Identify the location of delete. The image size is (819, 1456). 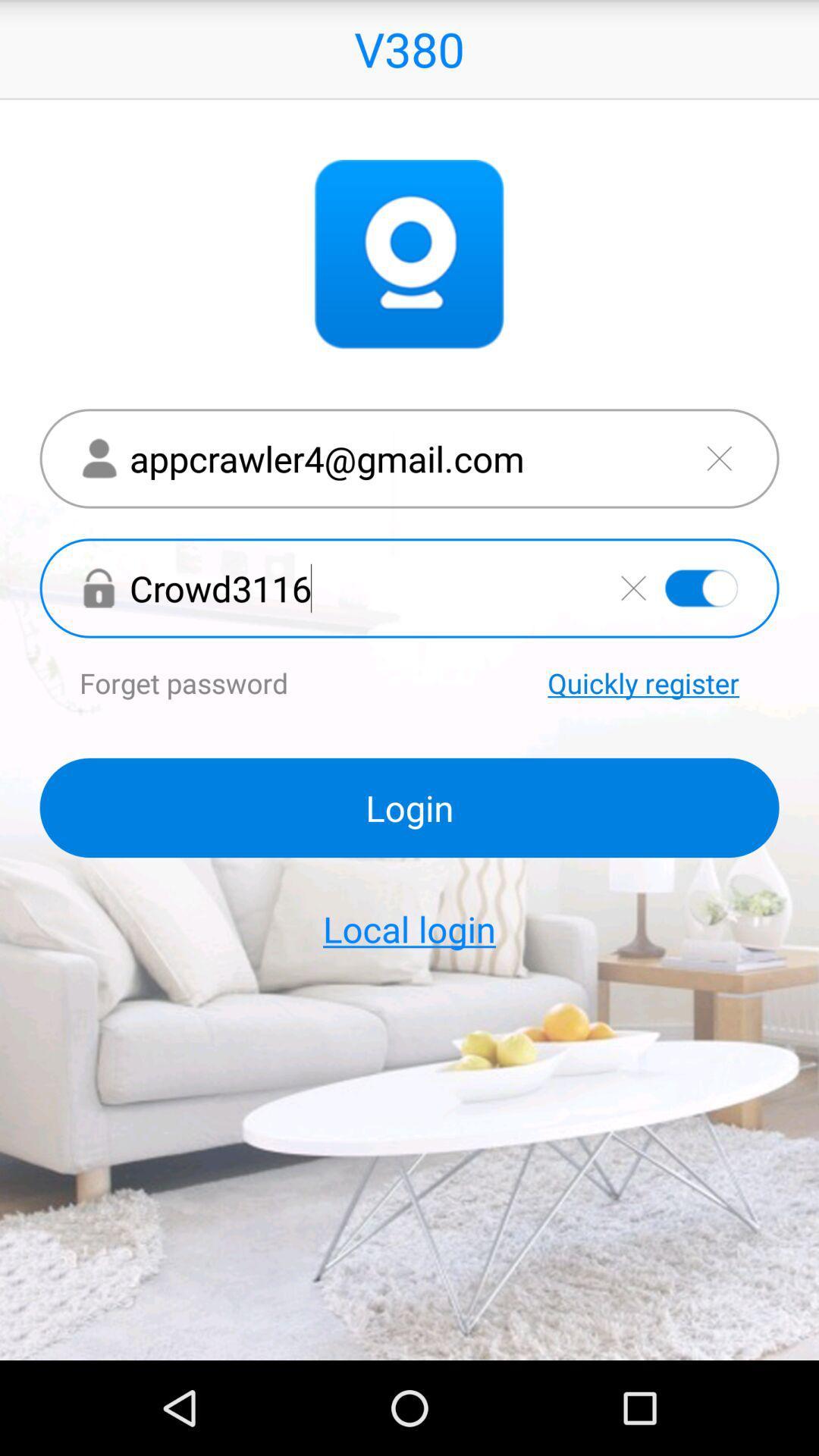
(633, 587).